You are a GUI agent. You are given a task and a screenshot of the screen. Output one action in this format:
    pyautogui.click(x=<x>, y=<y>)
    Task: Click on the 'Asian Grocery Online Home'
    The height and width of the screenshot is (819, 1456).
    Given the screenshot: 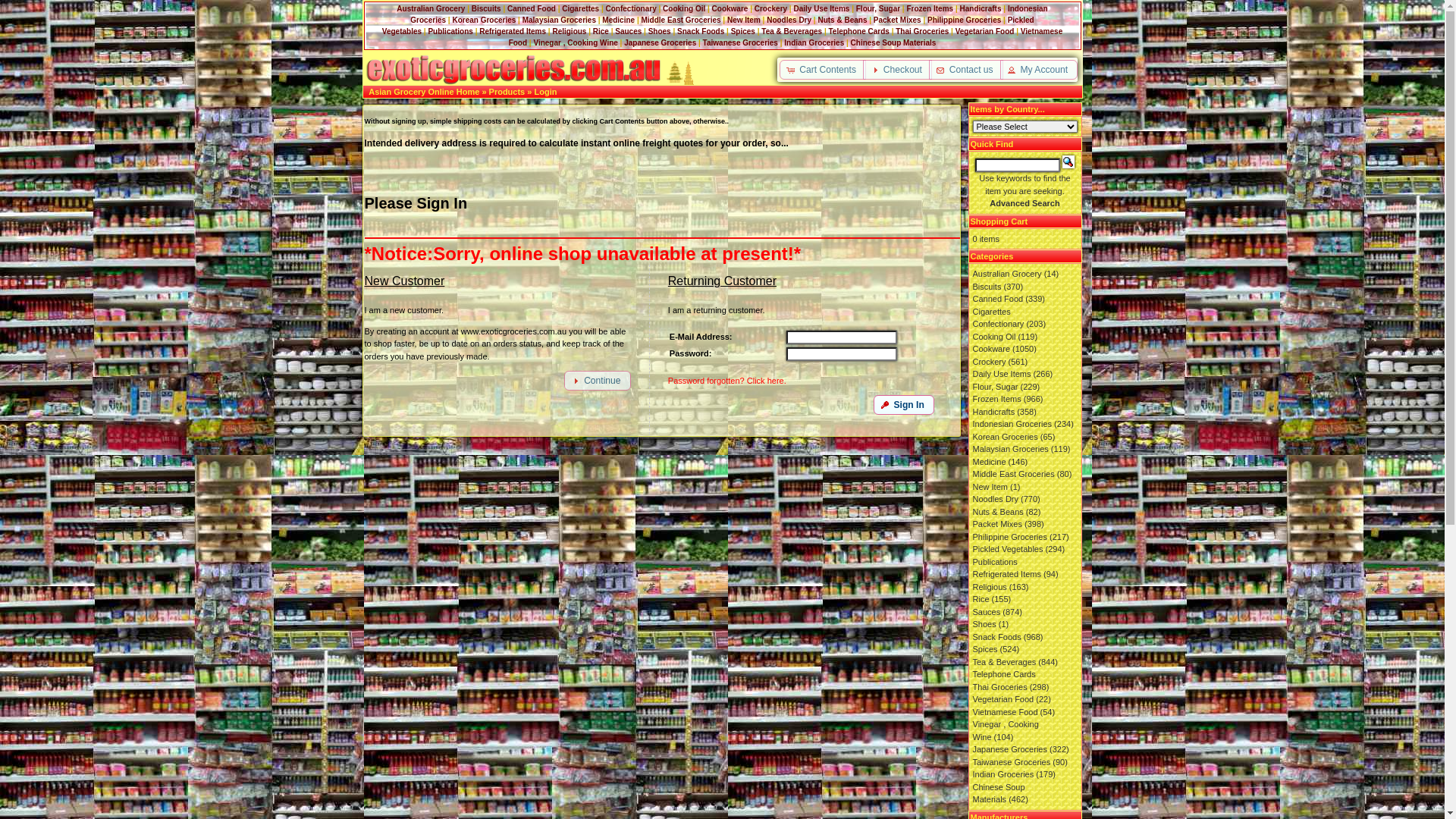 What is the action you would take?
    pyautogui.click(x=368, y=91)
    